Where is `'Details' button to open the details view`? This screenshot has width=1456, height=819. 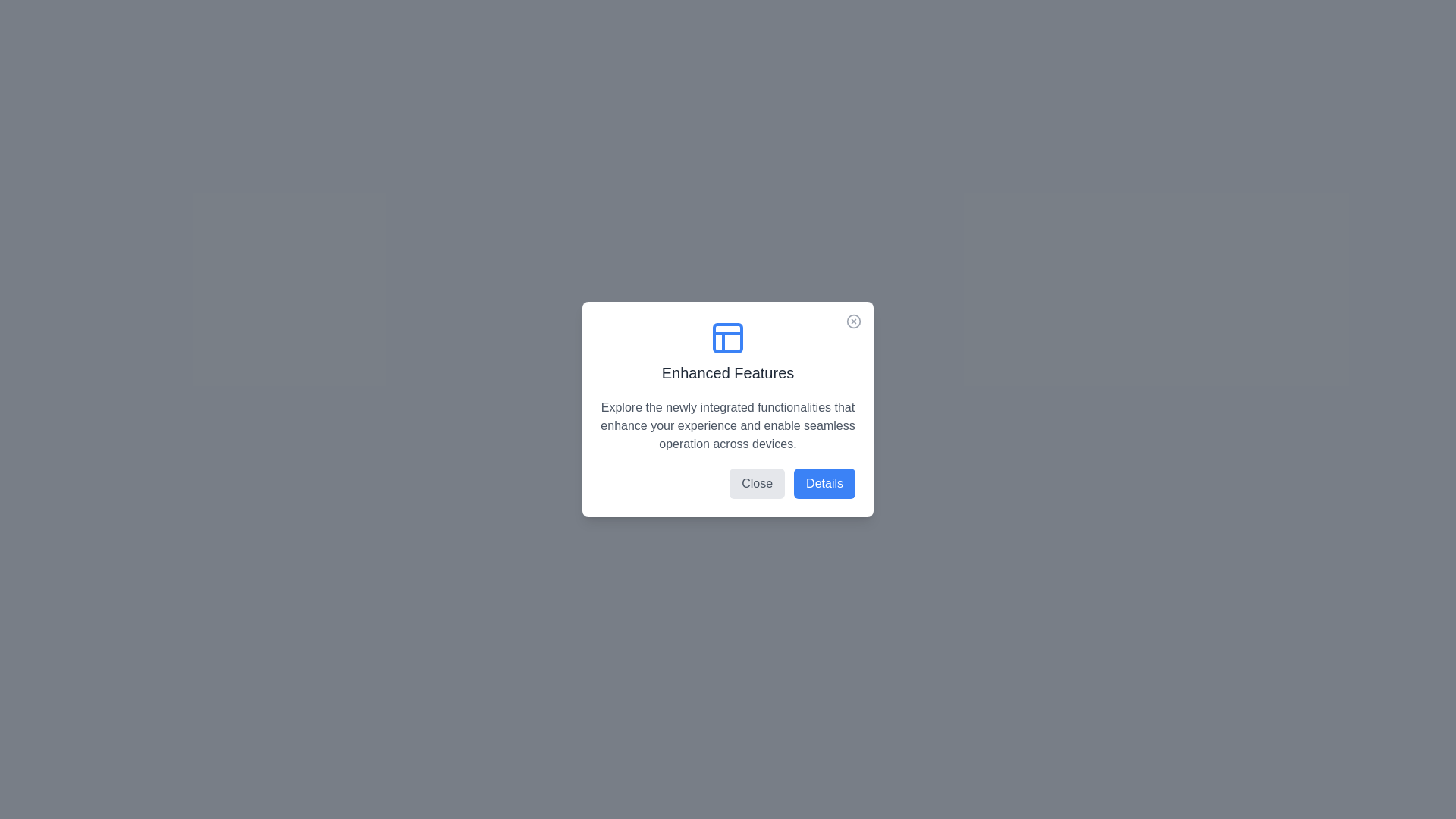 'Details' button to open the details view is located at coordinates (824, 483).